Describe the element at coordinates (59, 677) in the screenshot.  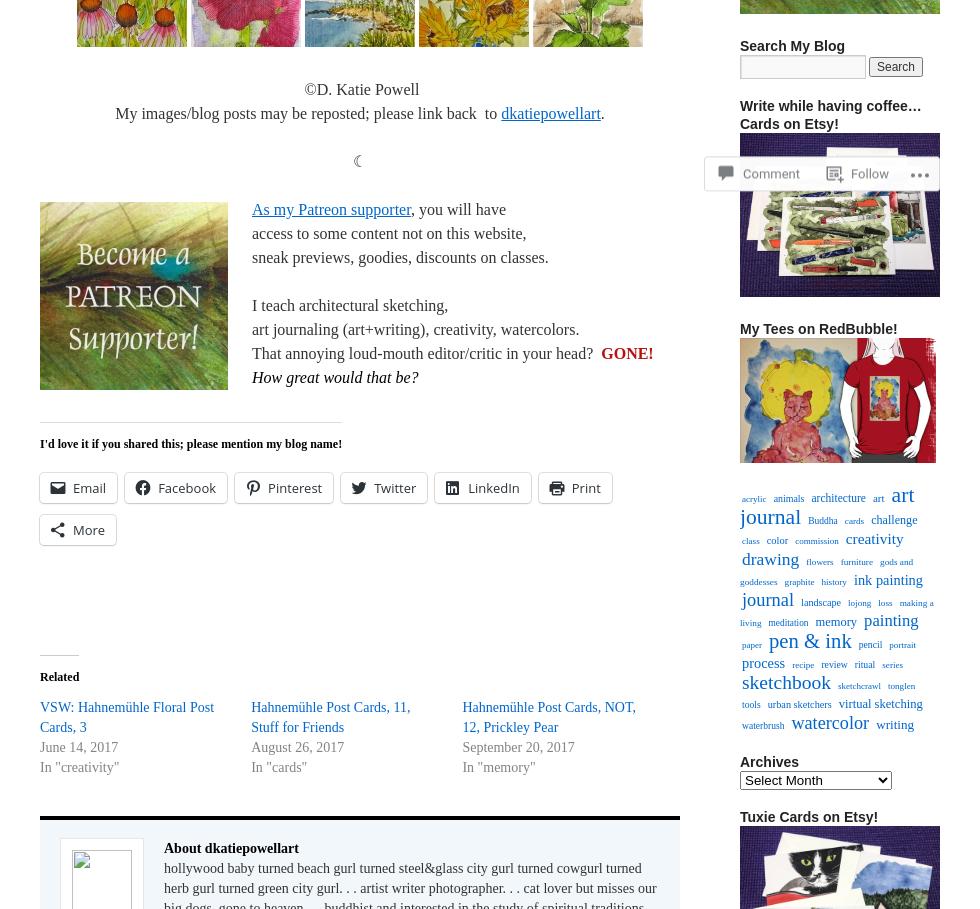
I see `'Related'` at that location.